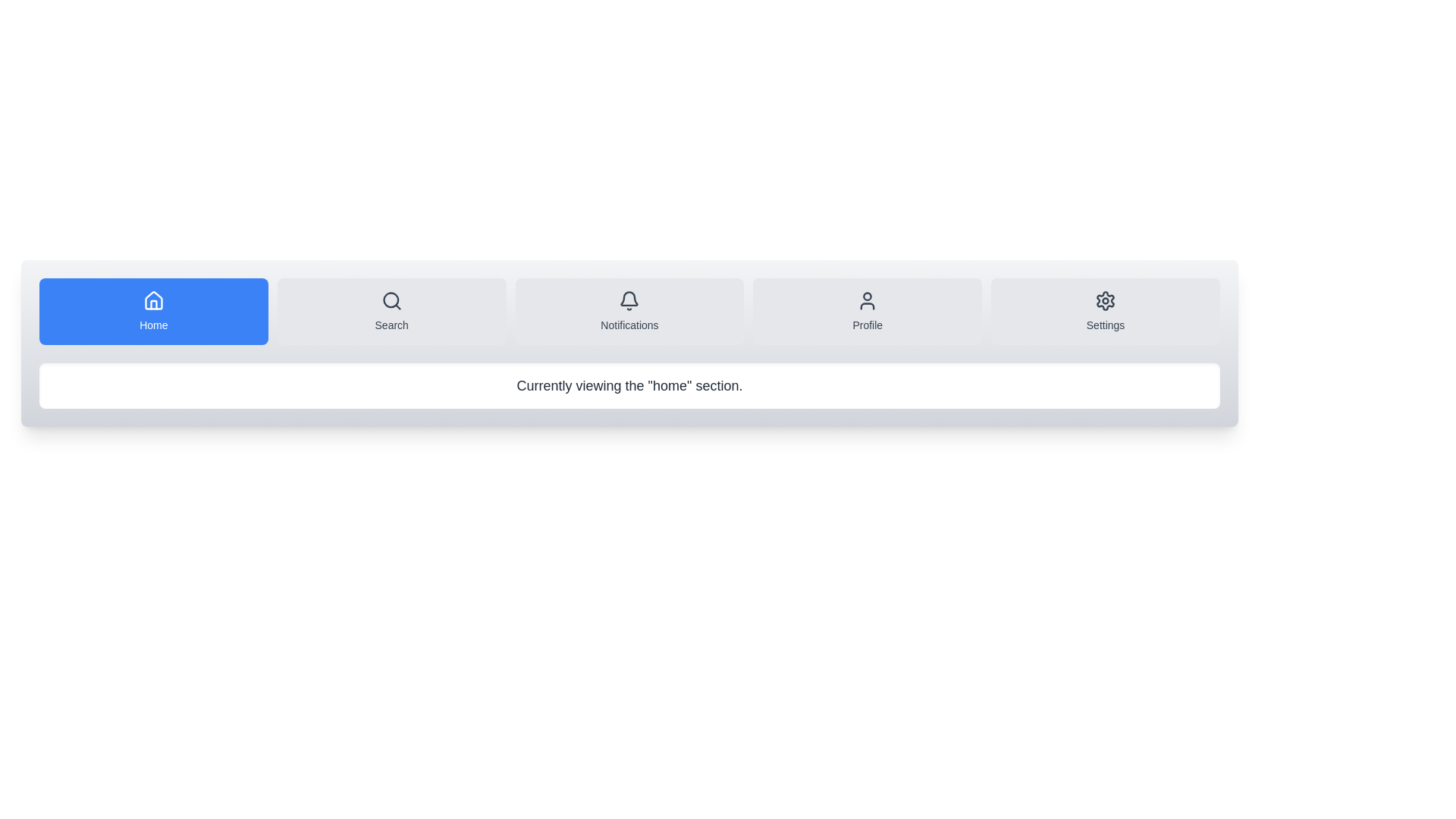 Image resolution: width=1456 pixels, height=819 pixels. Describe the element at coordinates (868, 297) in the screenshot. I see `the graphical indicator circle that represents the notification count for the profile icon located in the navigation bar near the center-right section` at that location.